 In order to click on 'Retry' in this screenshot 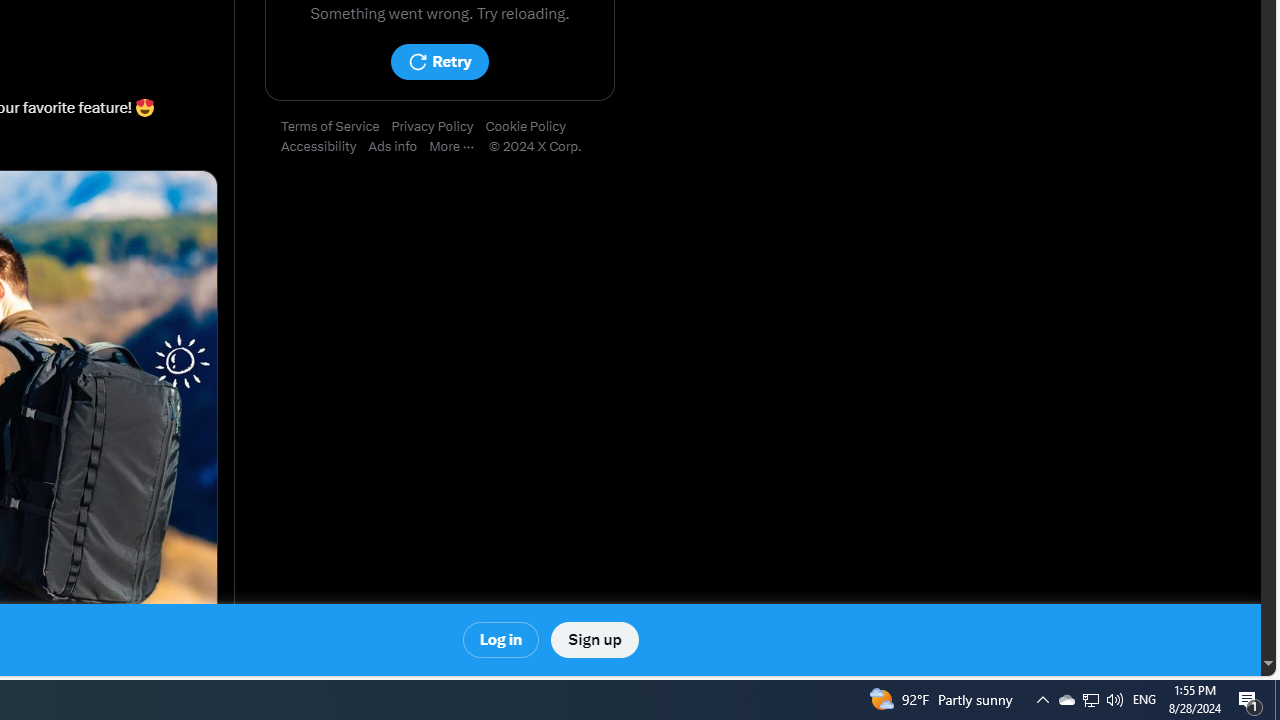, I will do `click(438, 61)`.